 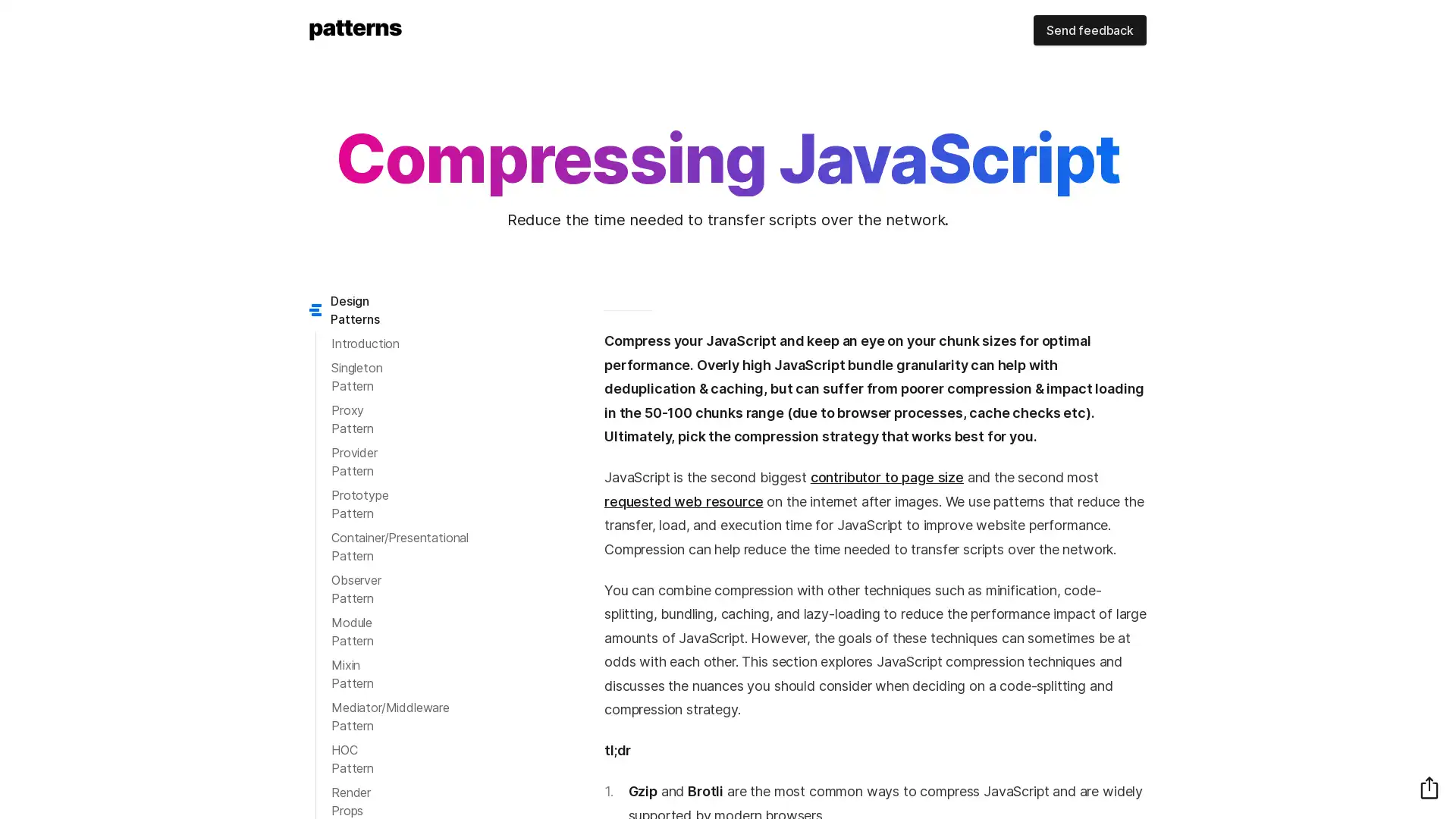 What do you see at coordinates (1429, 786) in the screenshot?
I see `Share` at bounding box center [1429, 786].